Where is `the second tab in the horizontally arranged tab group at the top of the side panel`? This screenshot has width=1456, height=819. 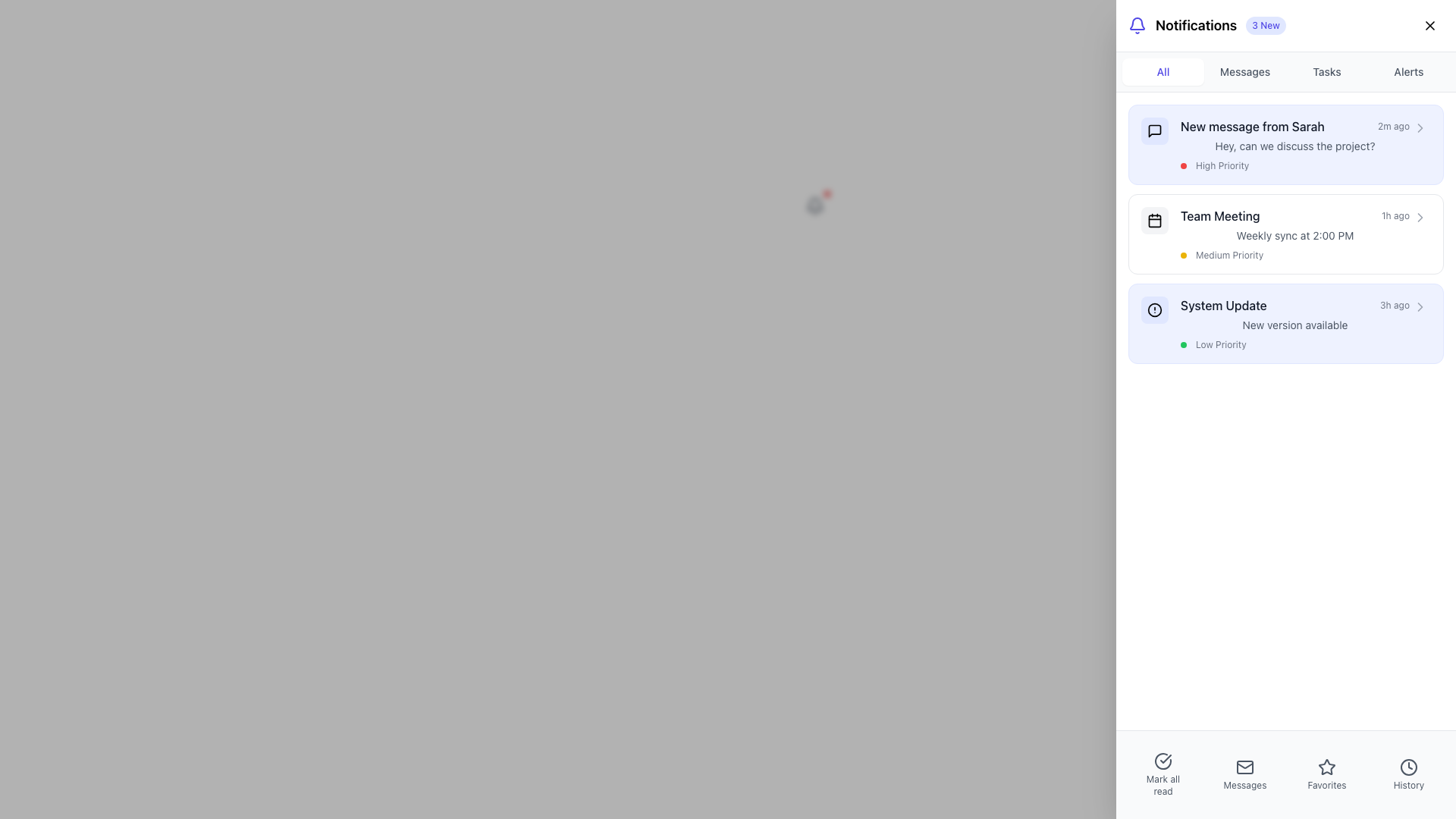 the second tab in the horizontally arranged tab group at the top of the side panel is located at coordinates (1244, 72).